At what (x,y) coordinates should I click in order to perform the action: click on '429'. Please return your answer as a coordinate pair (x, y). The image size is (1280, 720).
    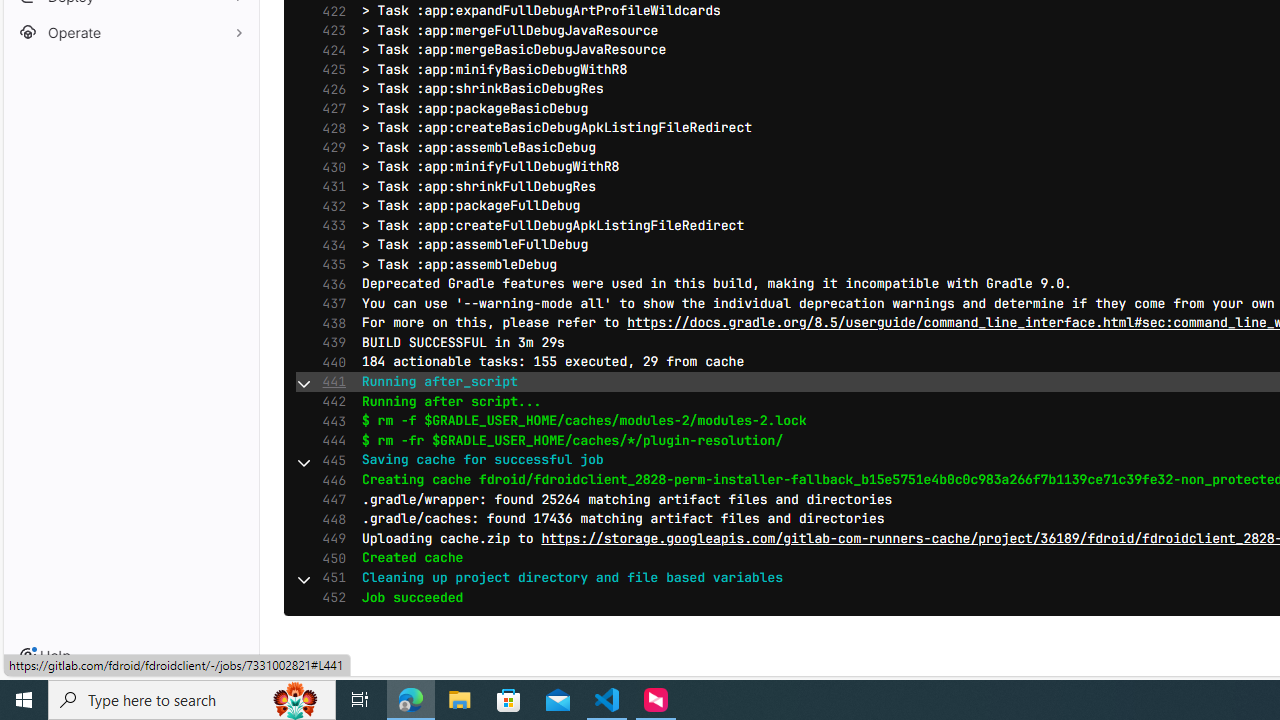
    Looking at the image, I should click on (329, 146).